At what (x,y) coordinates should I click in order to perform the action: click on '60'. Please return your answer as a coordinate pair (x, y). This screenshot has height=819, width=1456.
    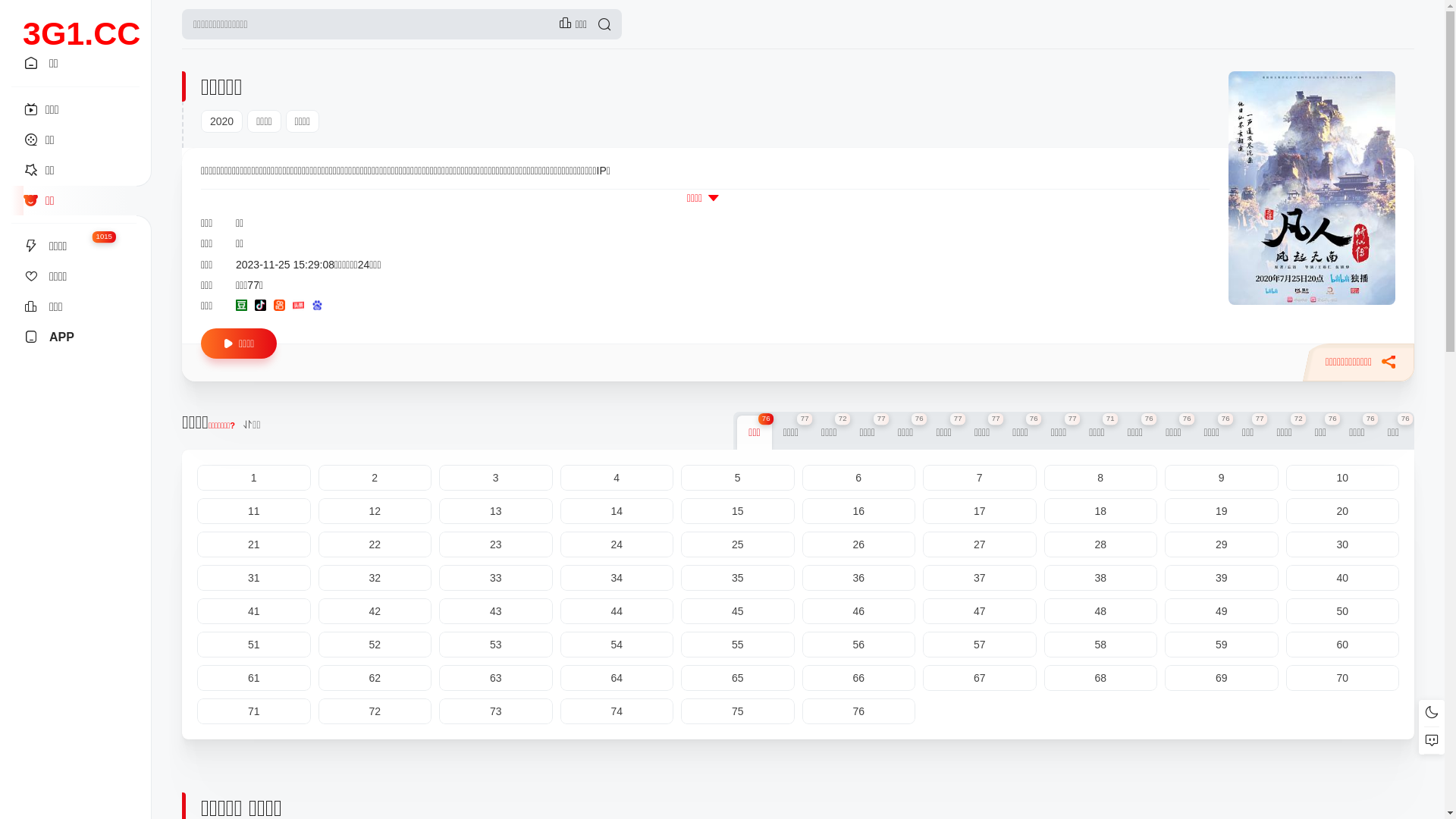
    Looking at the image, I should click on (1343, 644).